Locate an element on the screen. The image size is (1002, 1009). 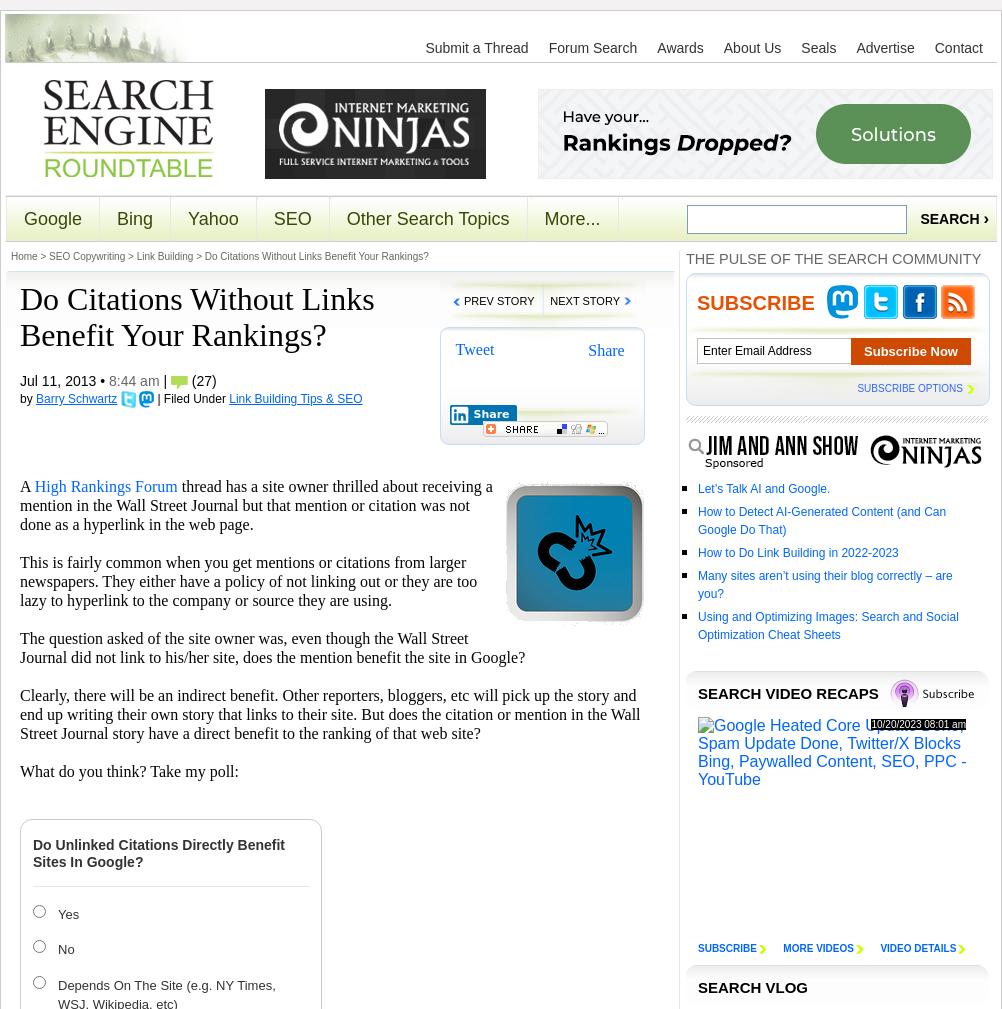
'10/20/2023 08:01 am' is located at coordinates (918, 724).